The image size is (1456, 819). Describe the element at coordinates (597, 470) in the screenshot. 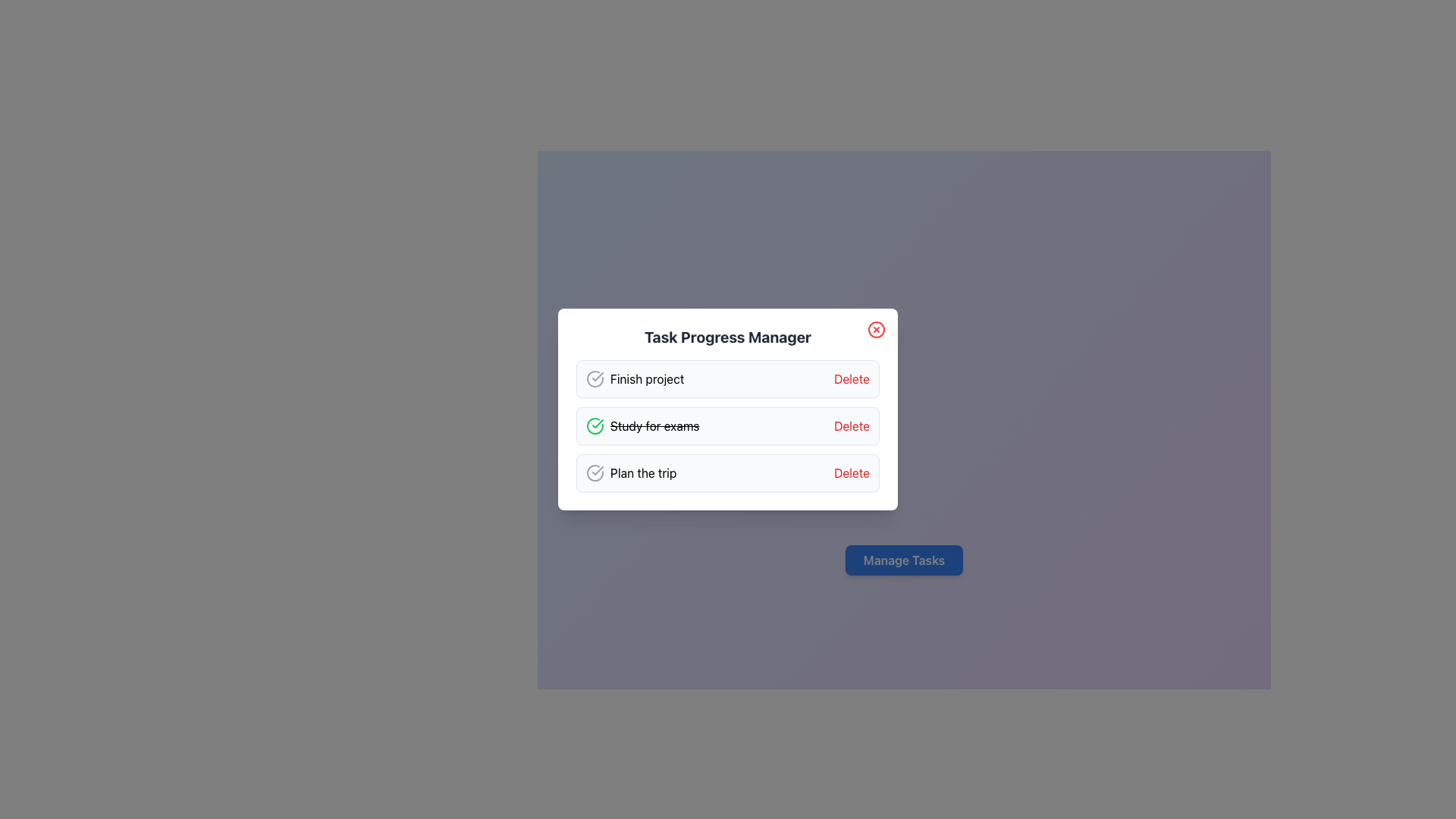

I see `the decorative graphical icon indicating task completion, located to the left of the text 'Study for exams.'` at that location.